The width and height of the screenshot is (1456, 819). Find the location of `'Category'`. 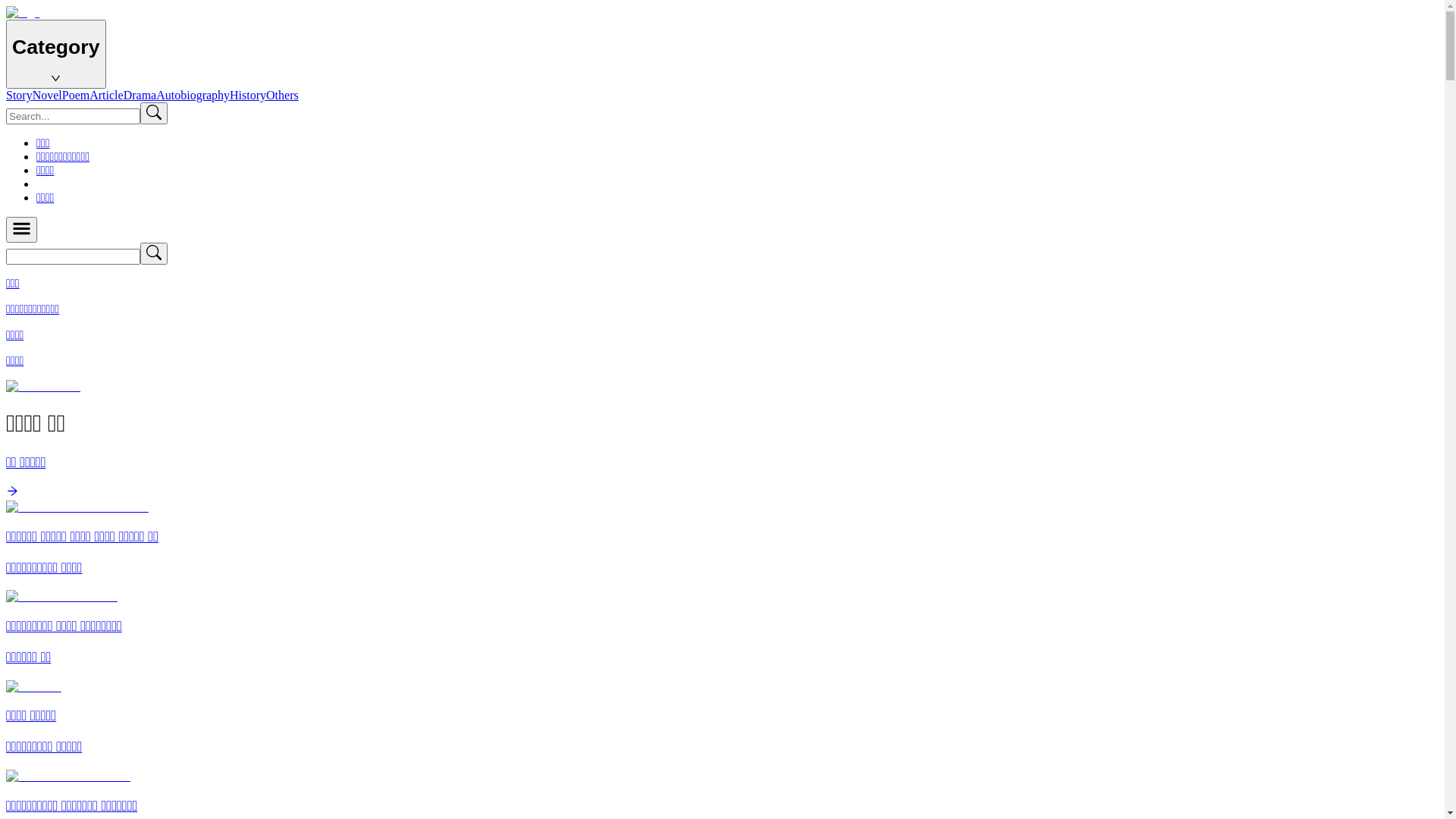

'Category' is located at coordinates (55, 53).